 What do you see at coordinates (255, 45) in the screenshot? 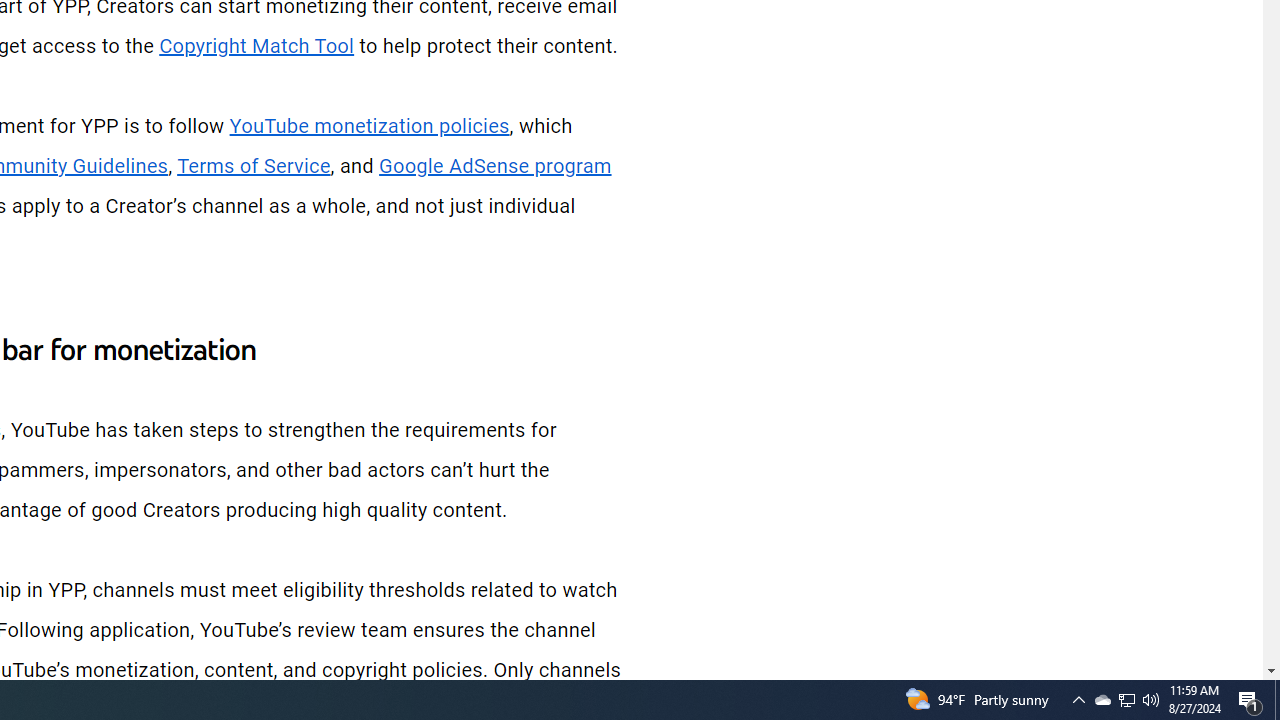
I see `'Copyright Match Tool'` at bounding box center [255, 45].